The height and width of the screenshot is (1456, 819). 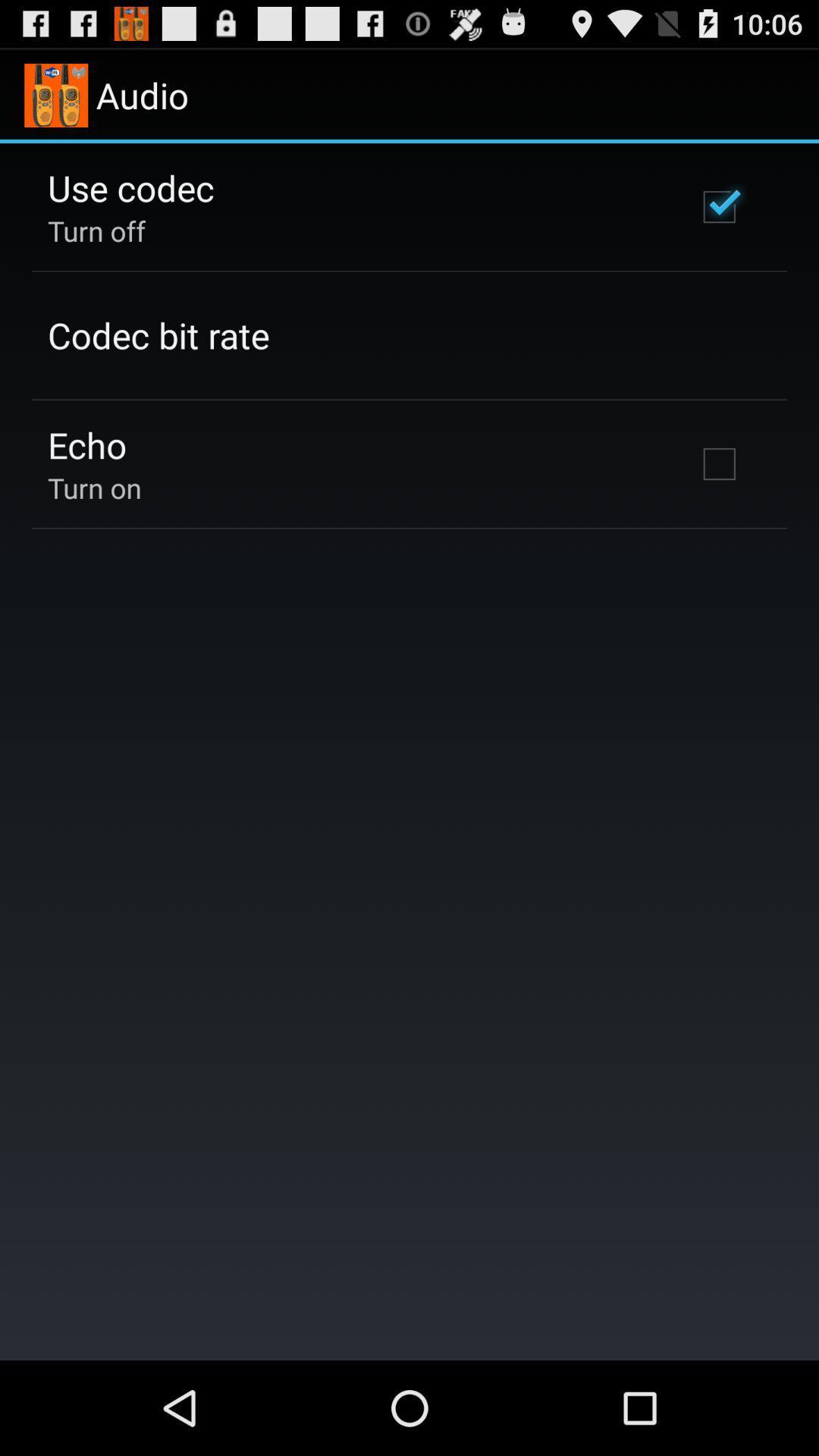 What do you see at coordinates (96, 230) in the screenshot?
I see `turn off app` at bounding box center [96, 230].